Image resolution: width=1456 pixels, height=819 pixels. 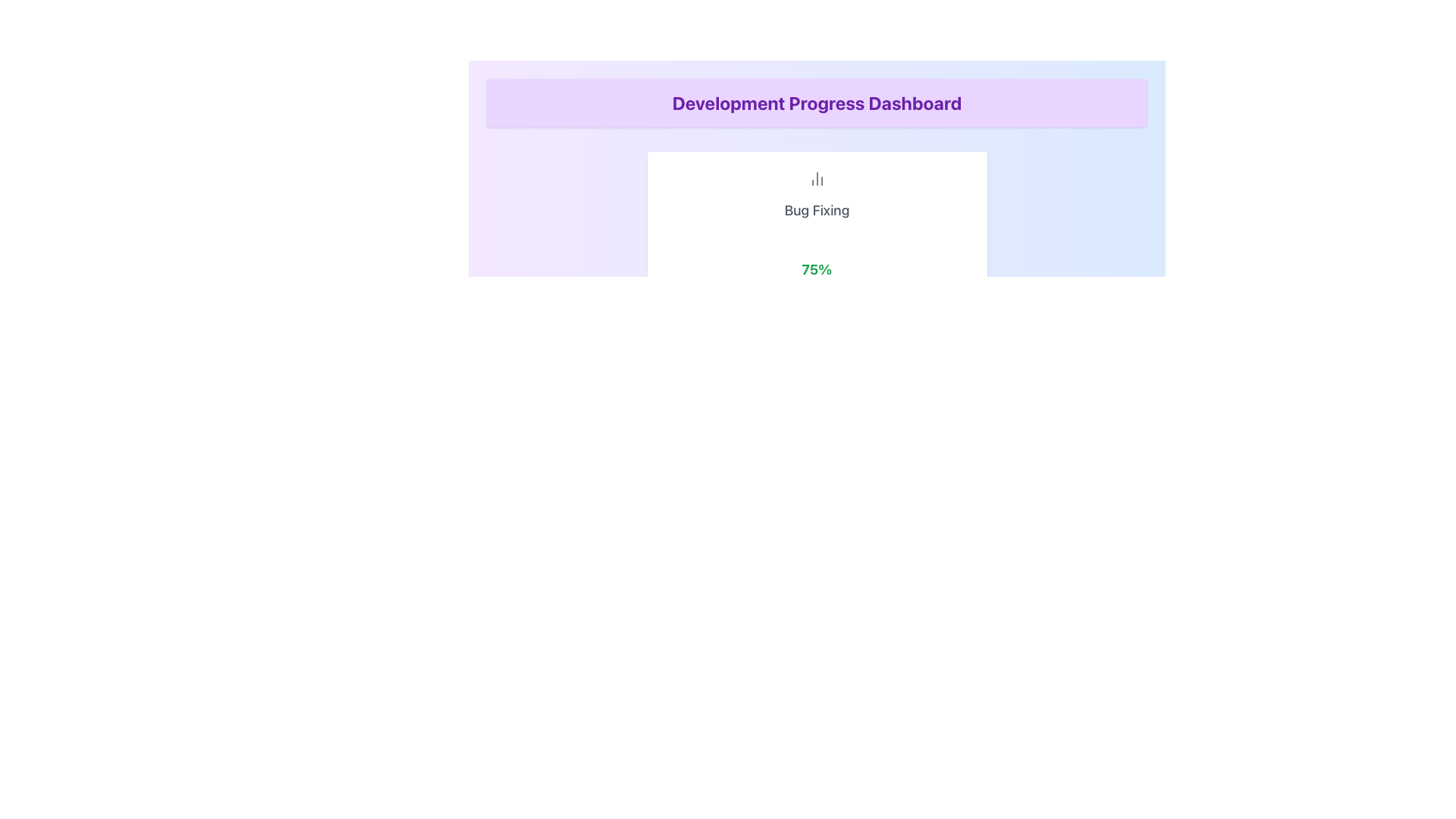 I want to click on the decorative icon related to 'Bug Fixing' located at the top of the white card, above the text 'Bug Fixing' and '75%', so click(x=816, y=177).